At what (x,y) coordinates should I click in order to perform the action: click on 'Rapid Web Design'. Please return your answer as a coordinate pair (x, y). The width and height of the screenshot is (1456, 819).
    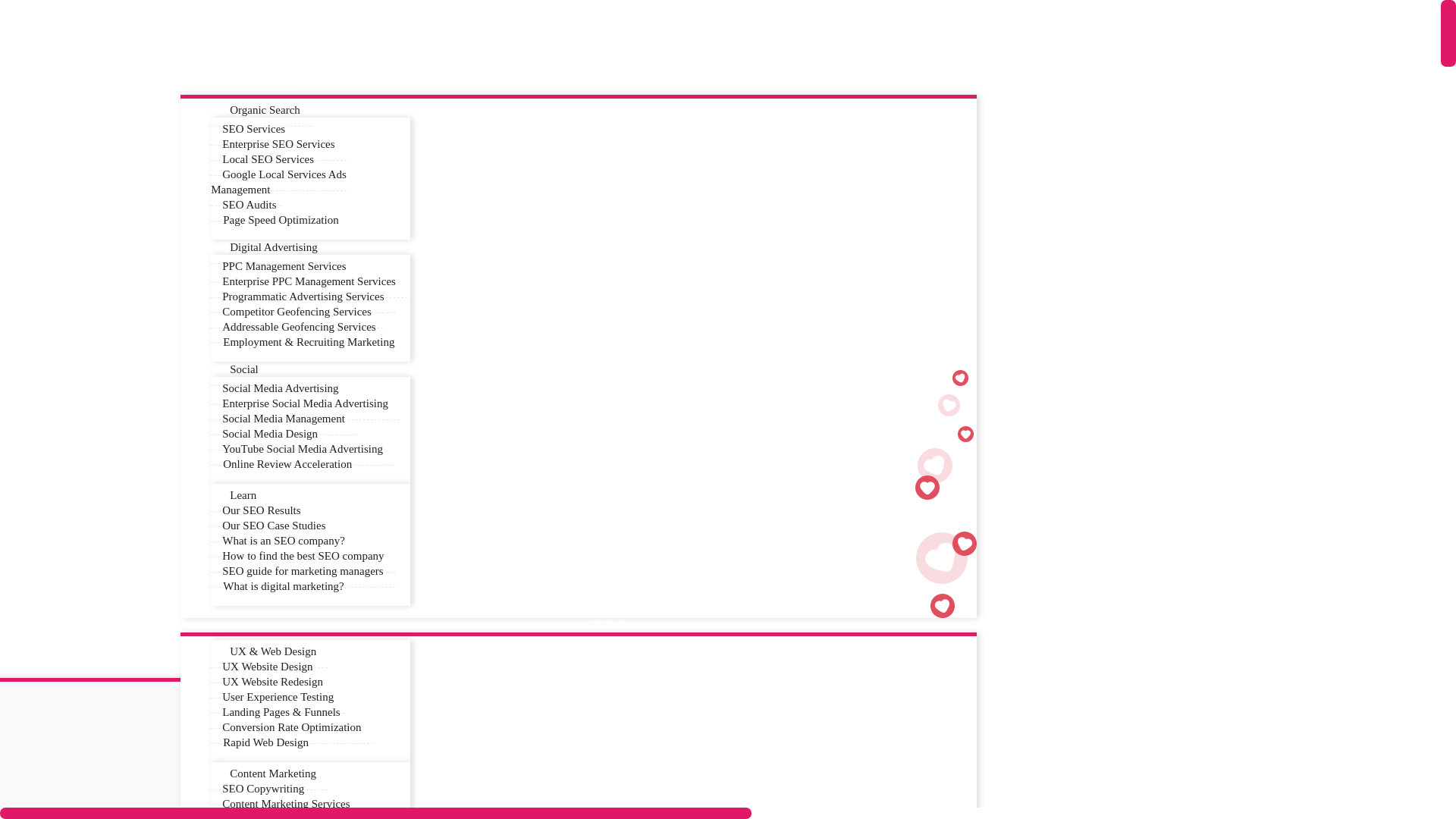
    Looking at the image, I should click on (265, 742).